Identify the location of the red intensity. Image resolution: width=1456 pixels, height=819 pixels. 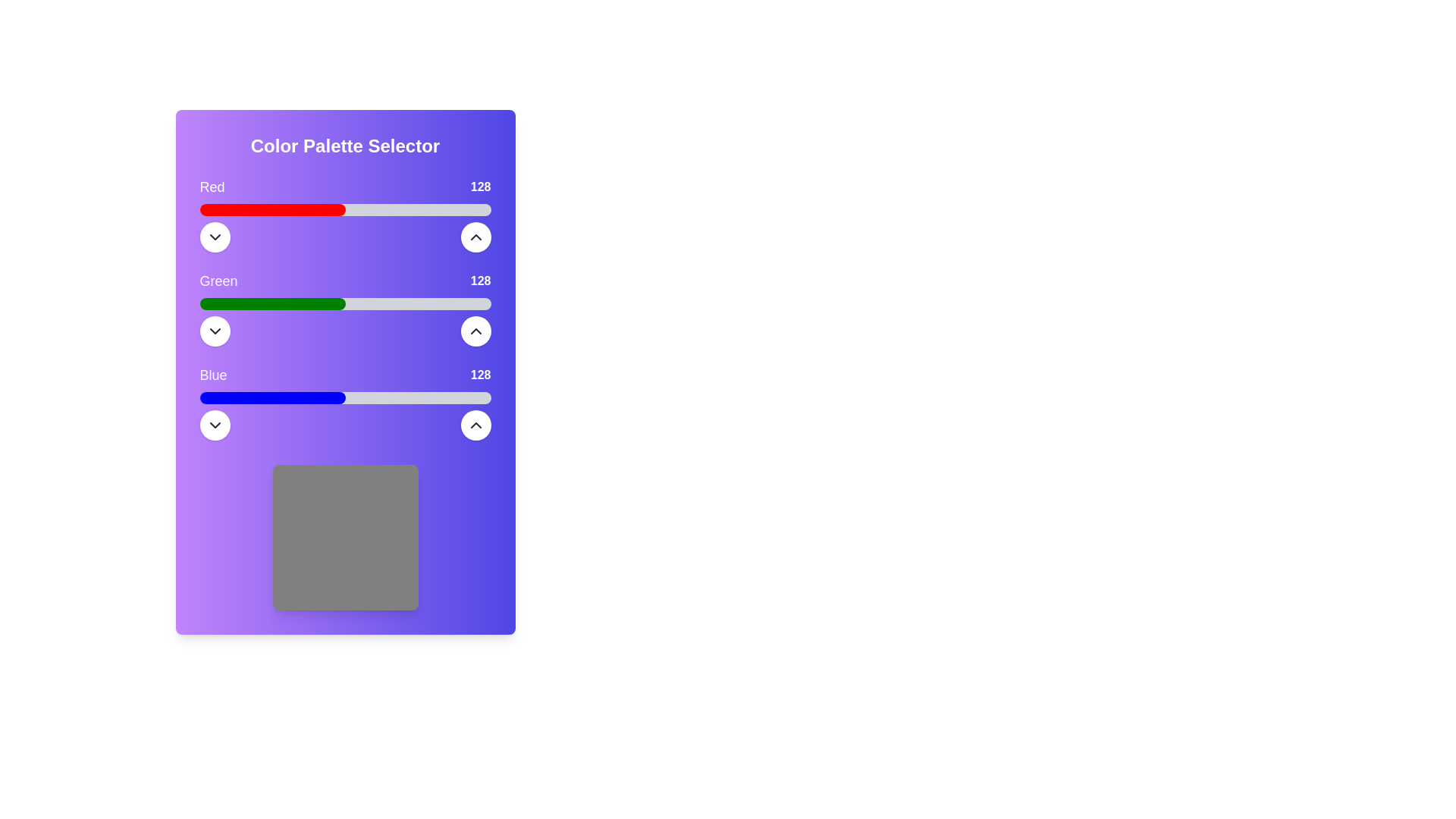
(362, 210).